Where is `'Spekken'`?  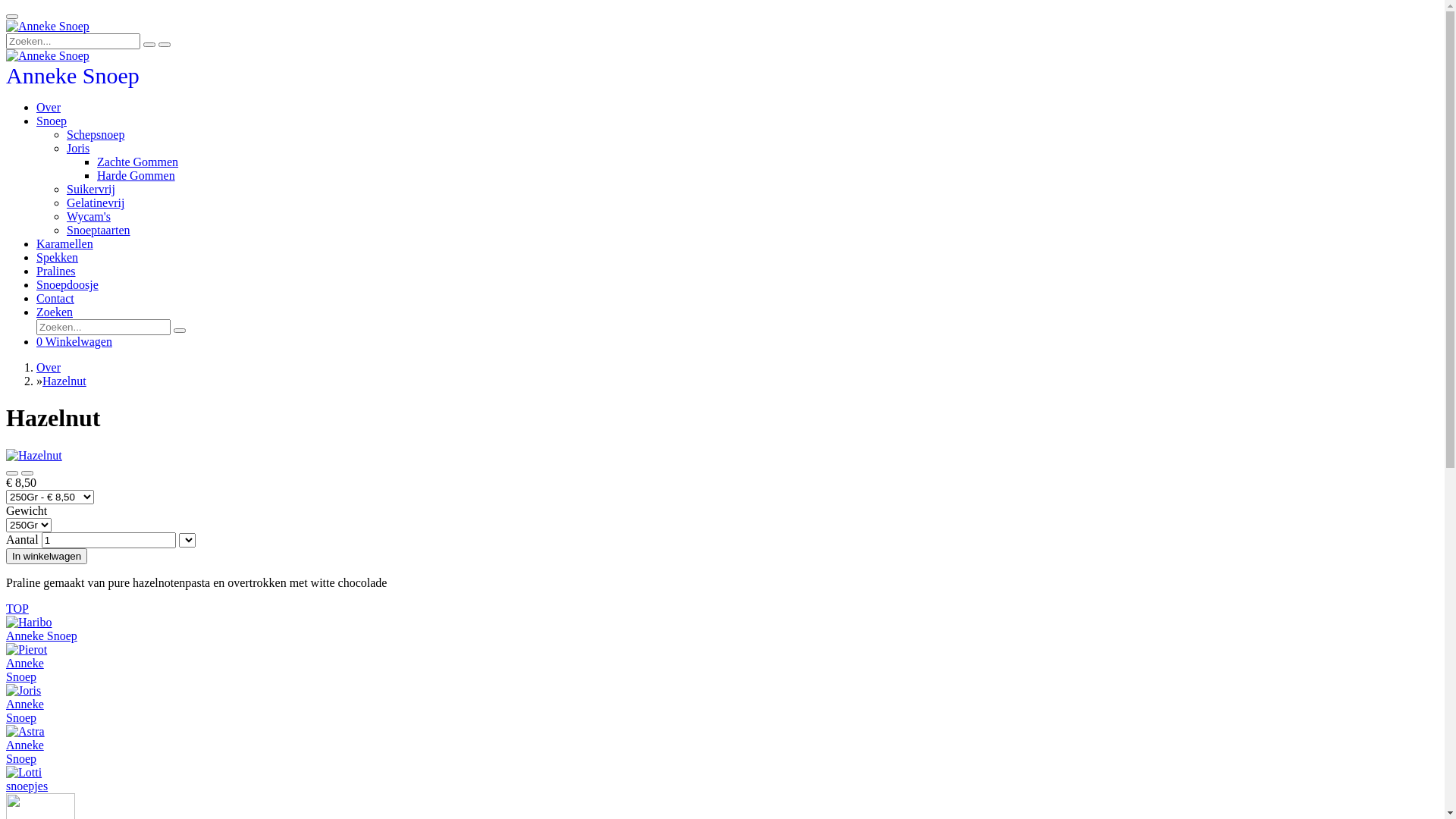
'Spekken' is located at coordinates (57, 256).